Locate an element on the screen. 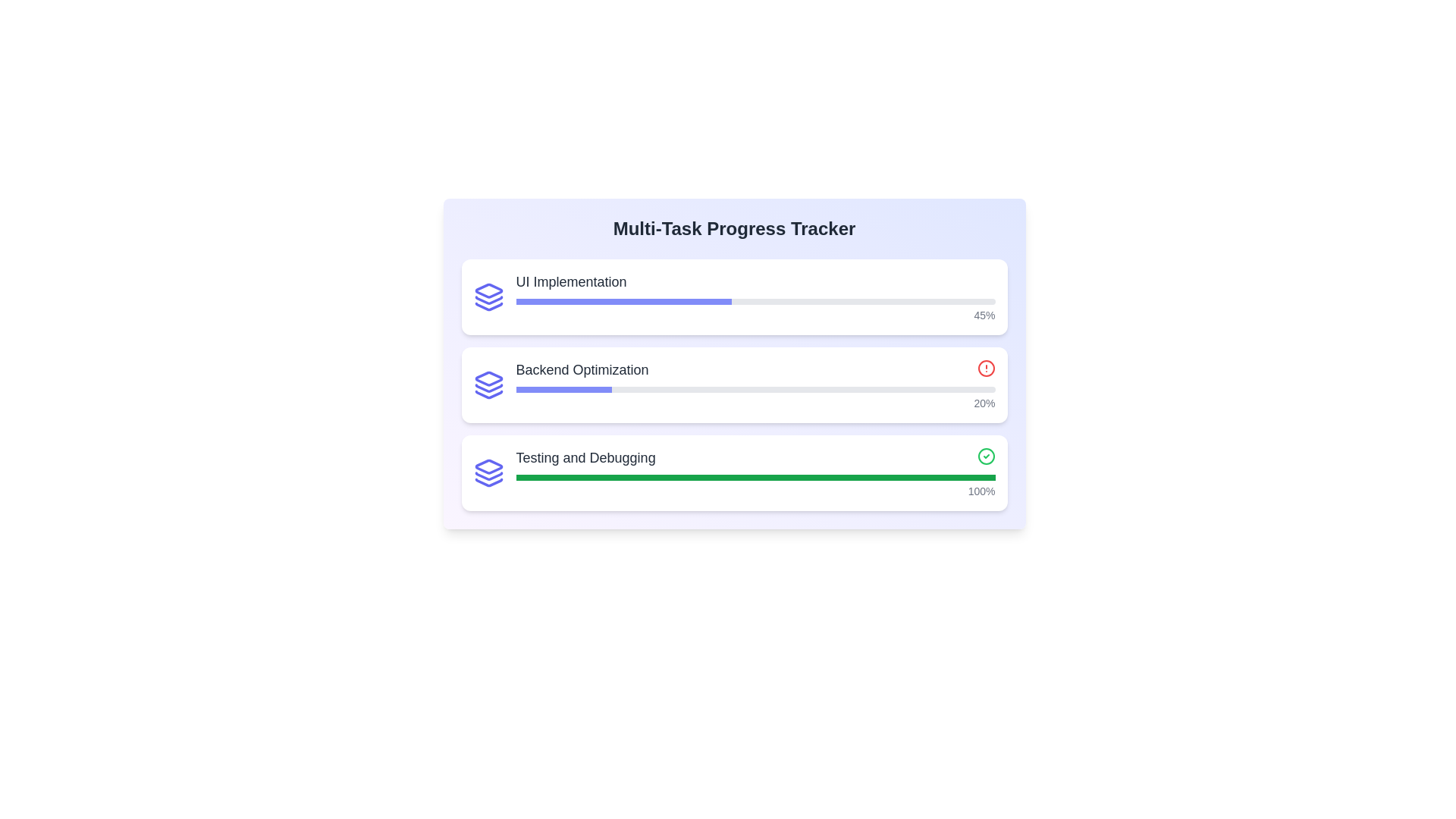  progress percentage of the second progress tracking row in the Multi-Task Progress Tracker component, located between 'UI Implementation' and 'Testing and Debugging' is located at coordinates (734, 384).